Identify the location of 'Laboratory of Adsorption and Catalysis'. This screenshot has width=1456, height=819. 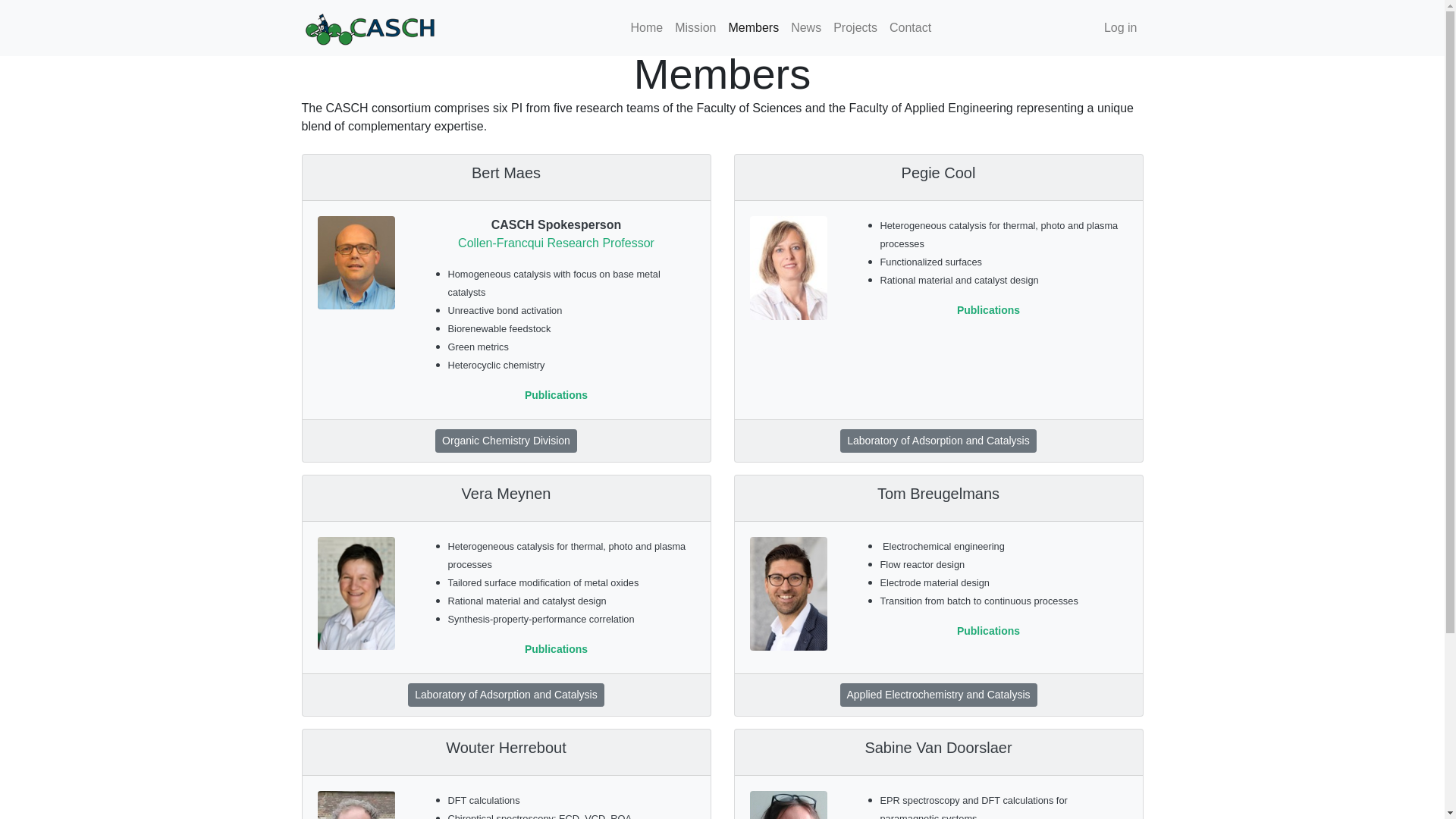
(506, 695).